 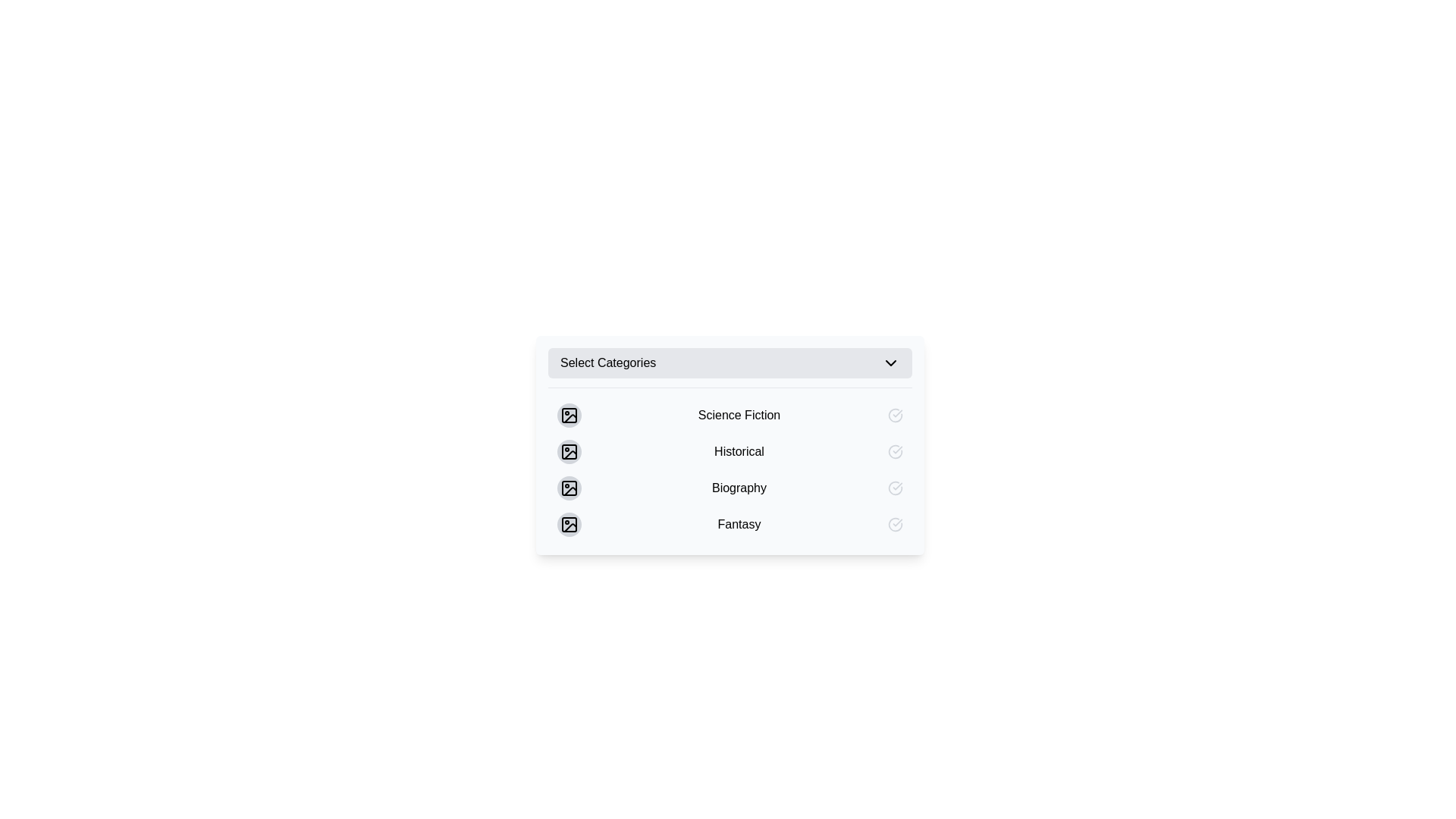 What do you see at coordinates (568, 488) in the screenshot?
I see `the Icon element for the 'Biography' category, which is the second visual component of an SVG icon in a vertical list` at bounding box center [568, 488].